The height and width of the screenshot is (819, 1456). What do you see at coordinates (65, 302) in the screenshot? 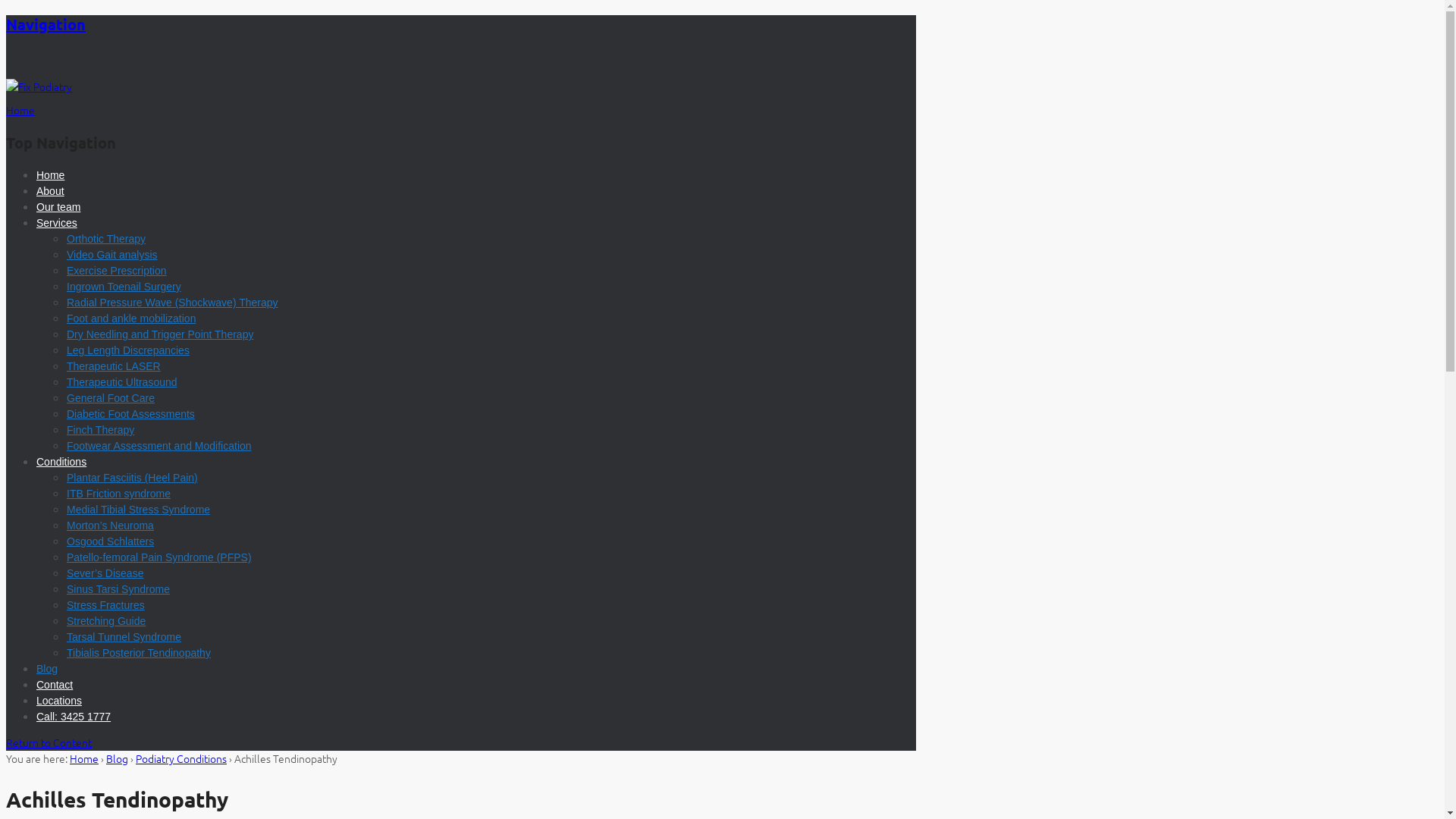
I see `'Radial Pressure Wave (Shockwave) Therapy'` at bounding box center [65, 302].